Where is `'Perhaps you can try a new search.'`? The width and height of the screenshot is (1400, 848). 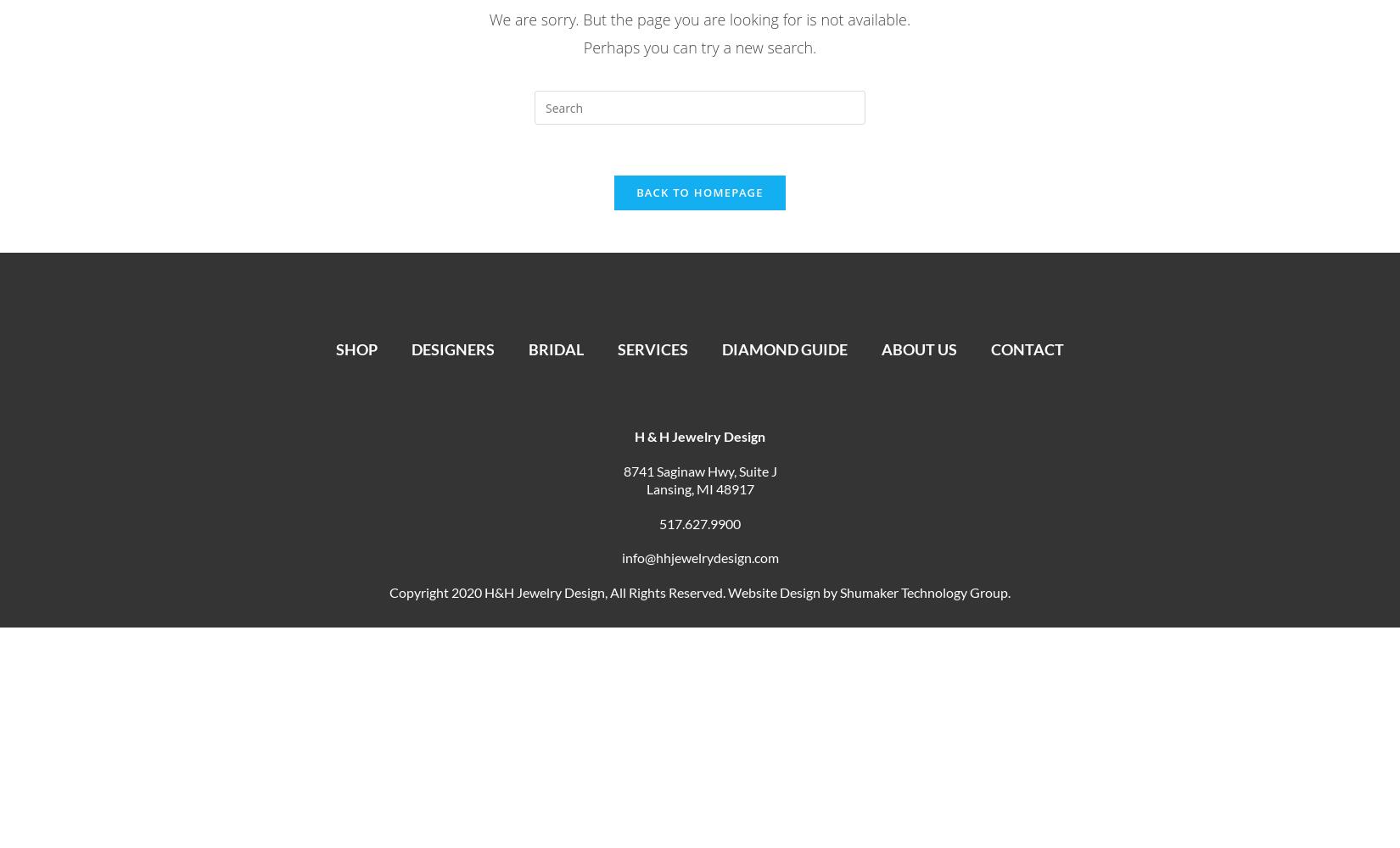 'Perhaps you can try a new search.' is located at coordinates (698, 47).